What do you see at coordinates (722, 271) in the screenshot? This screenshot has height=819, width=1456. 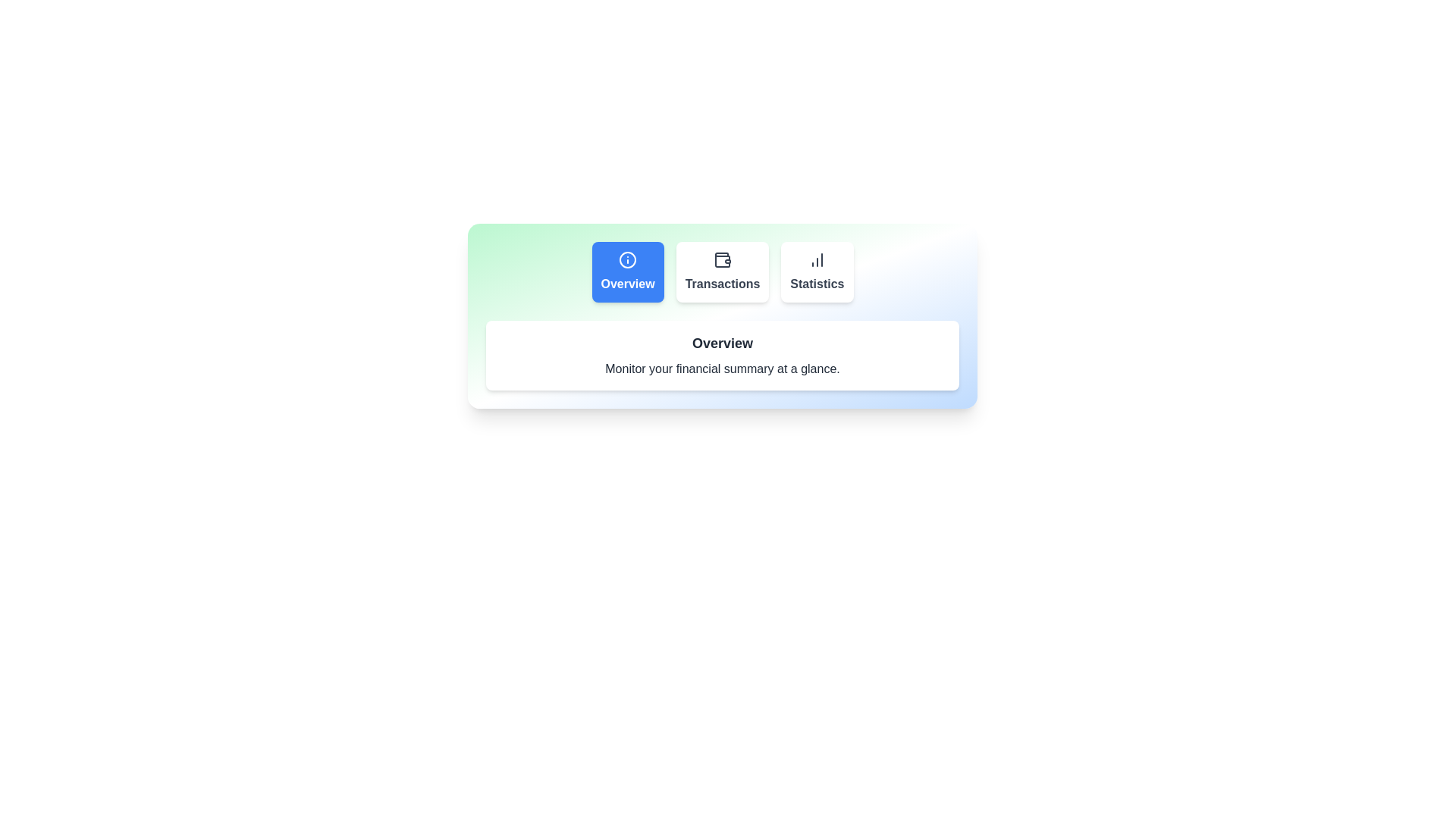 I see `the Transactions tab to view its content` at bounding box center [722, 271].